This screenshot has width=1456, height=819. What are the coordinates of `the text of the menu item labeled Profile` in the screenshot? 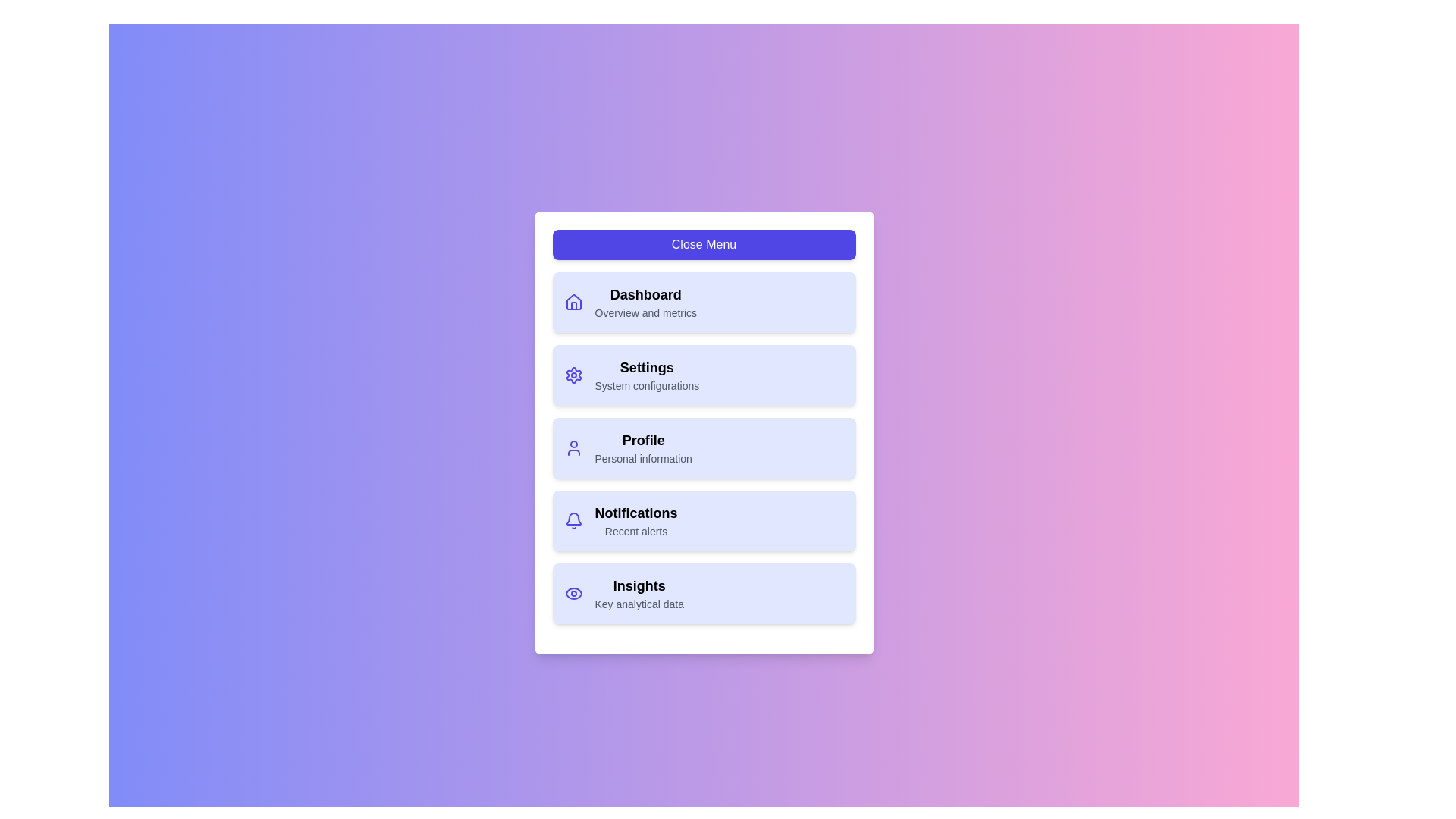 It's located at (643, 441).